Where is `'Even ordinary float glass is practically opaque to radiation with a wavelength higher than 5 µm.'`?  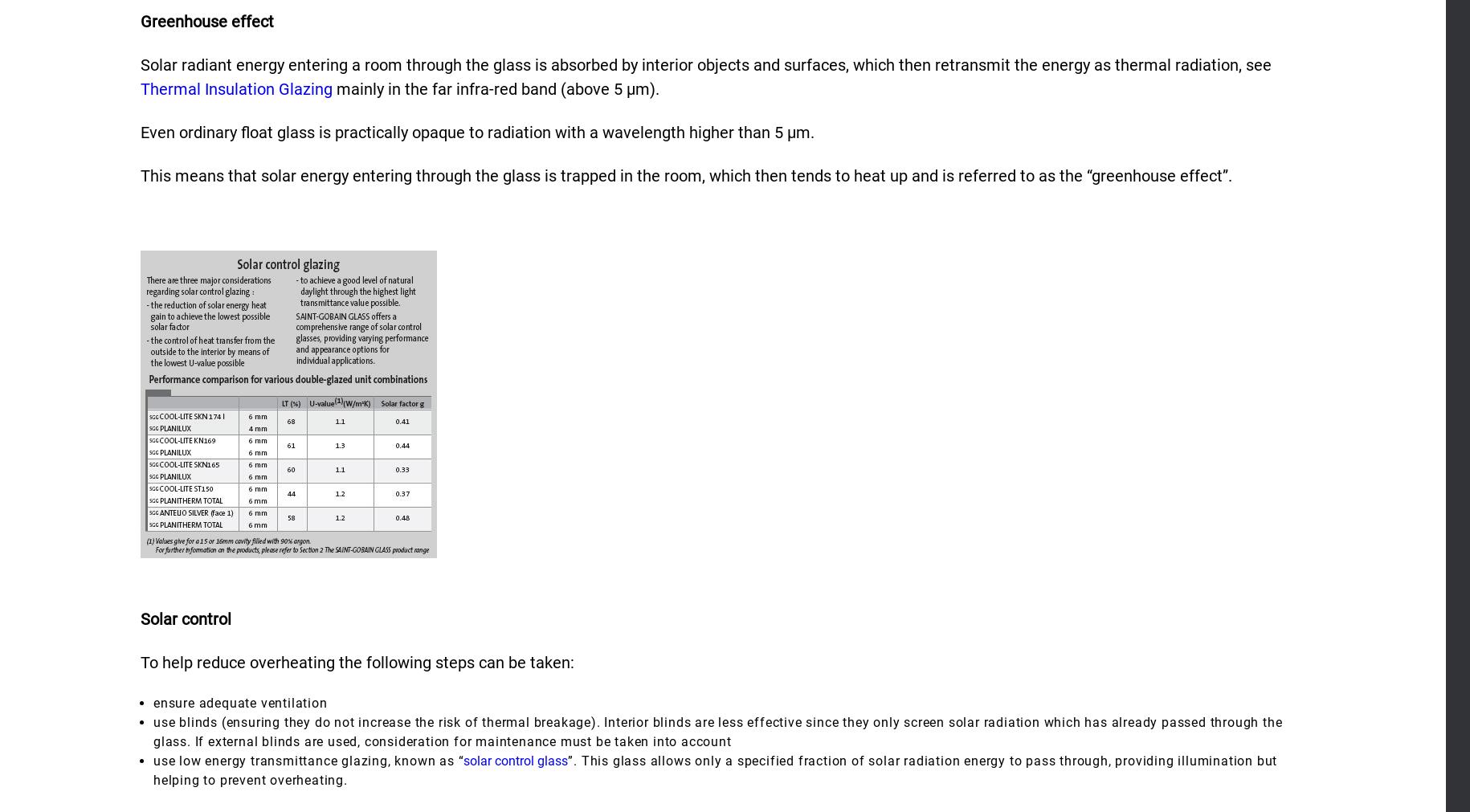
'Even ordinary float glass is practically opaque to radiation with a wavelength higher than 5 µm.' is located at coordinates (476, 130).